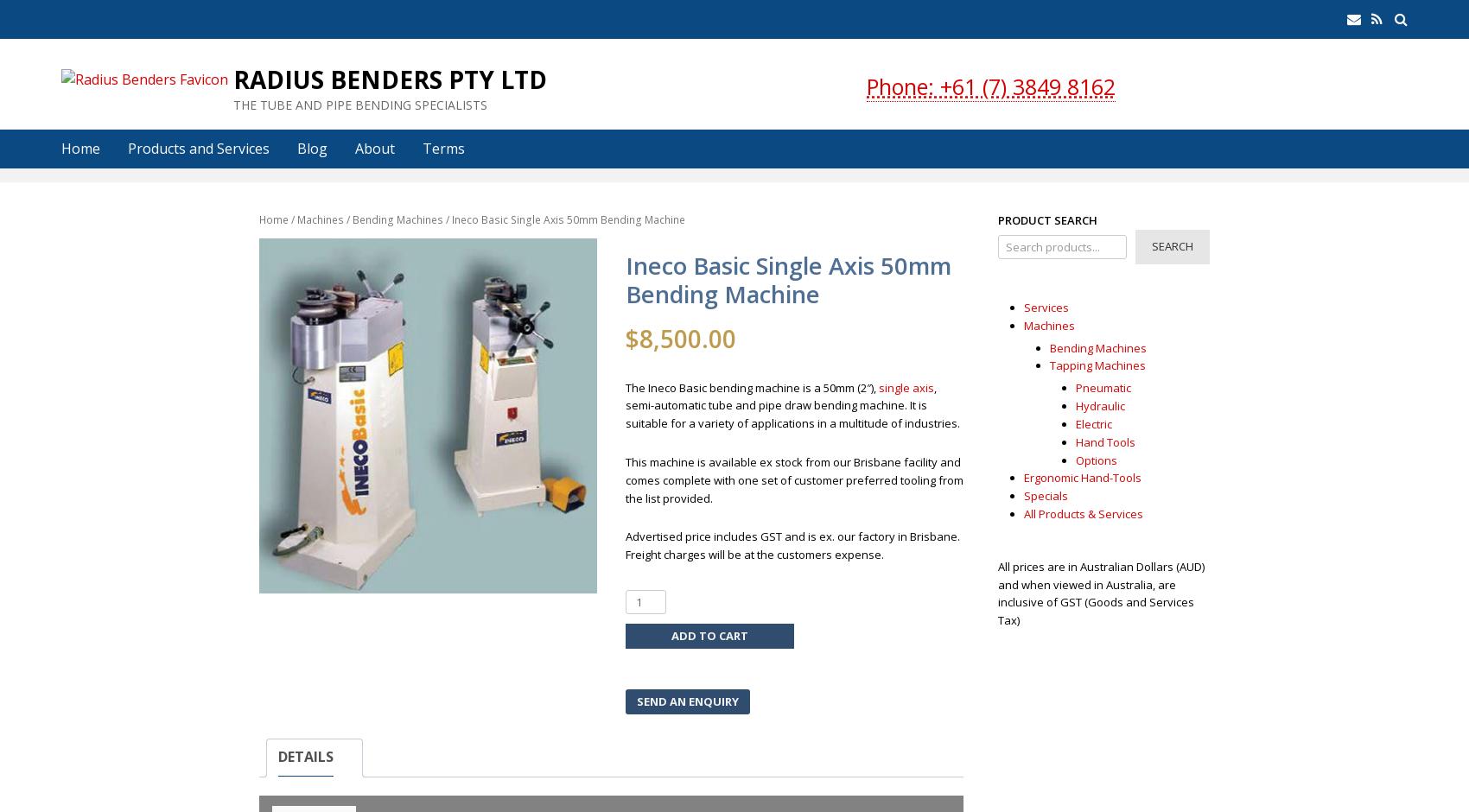 The height and width of the screenshot is (812, 1469). Describe the element at coordinates (632, 337) in the screenshot. I see `'$'` at that location.